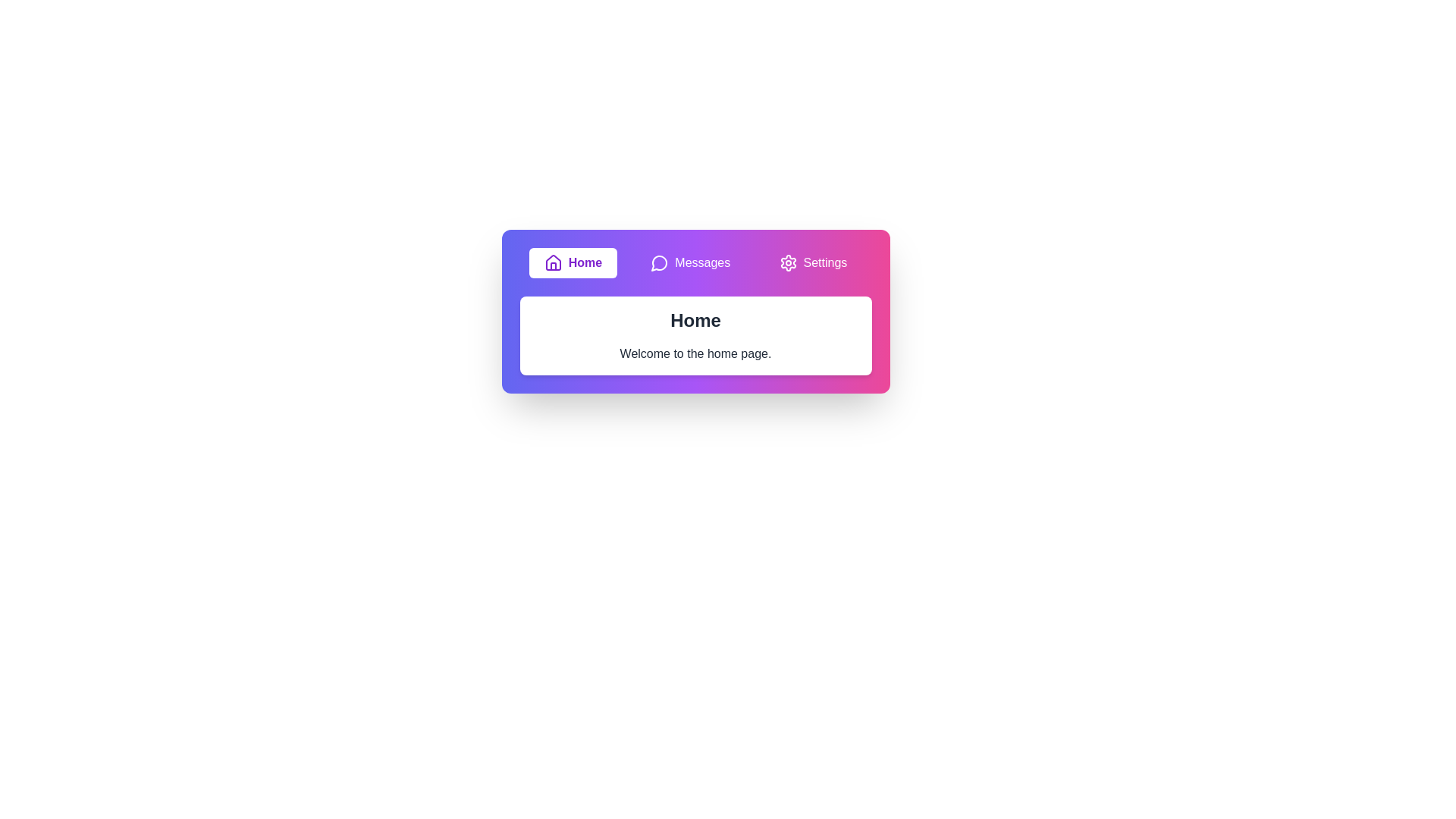  I want to click on the chat icon, which is a circular graphic positioned in the second slot of the top center navigational interface, so click(659, 262).